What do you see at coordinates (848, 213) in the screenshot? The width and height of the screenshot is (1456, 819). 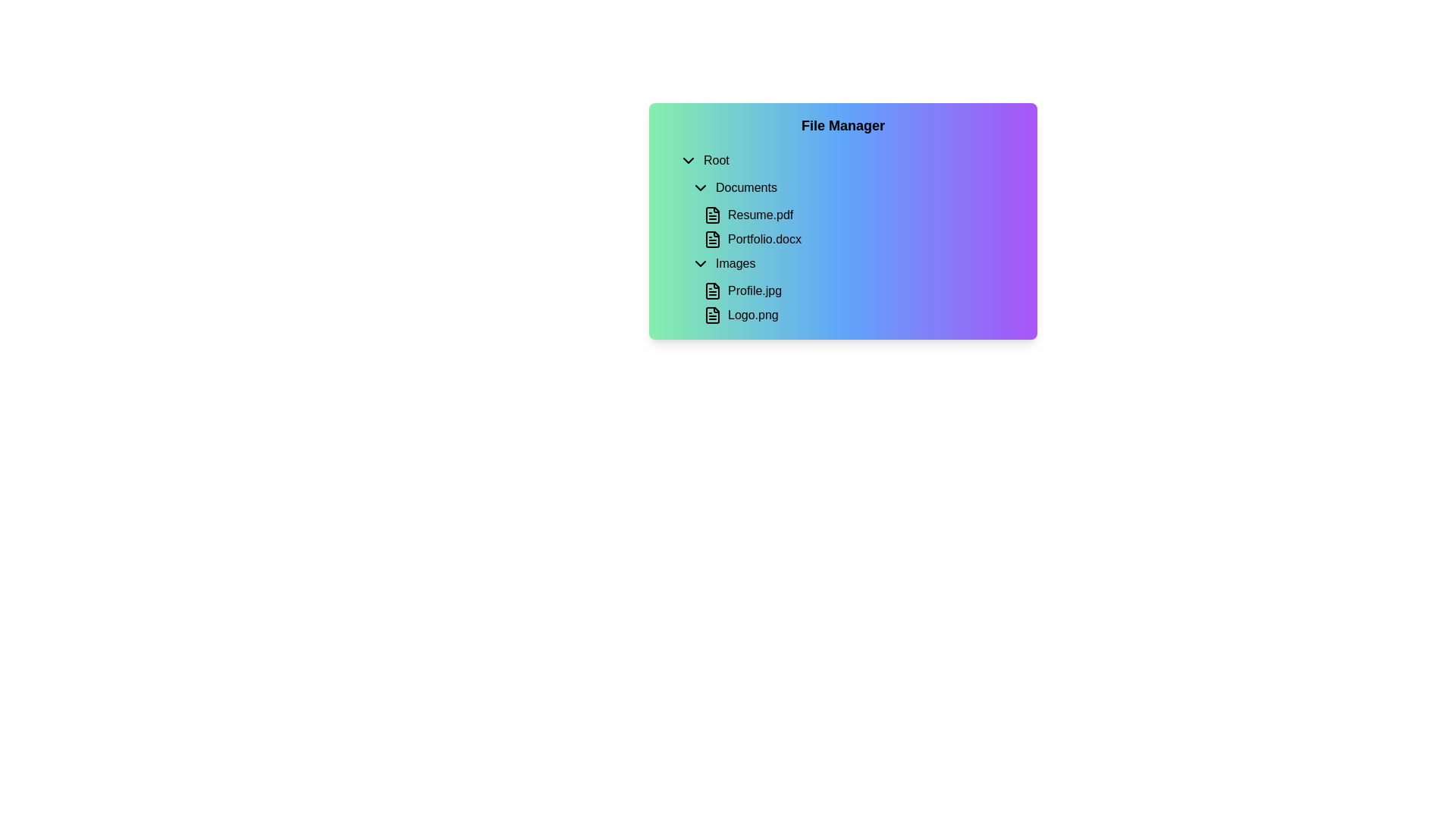 I see `the file 'Portfolio.docx' within the File Listing Section under the 'Documents' category in the File Manager interface` at bounding box center [848, 213].